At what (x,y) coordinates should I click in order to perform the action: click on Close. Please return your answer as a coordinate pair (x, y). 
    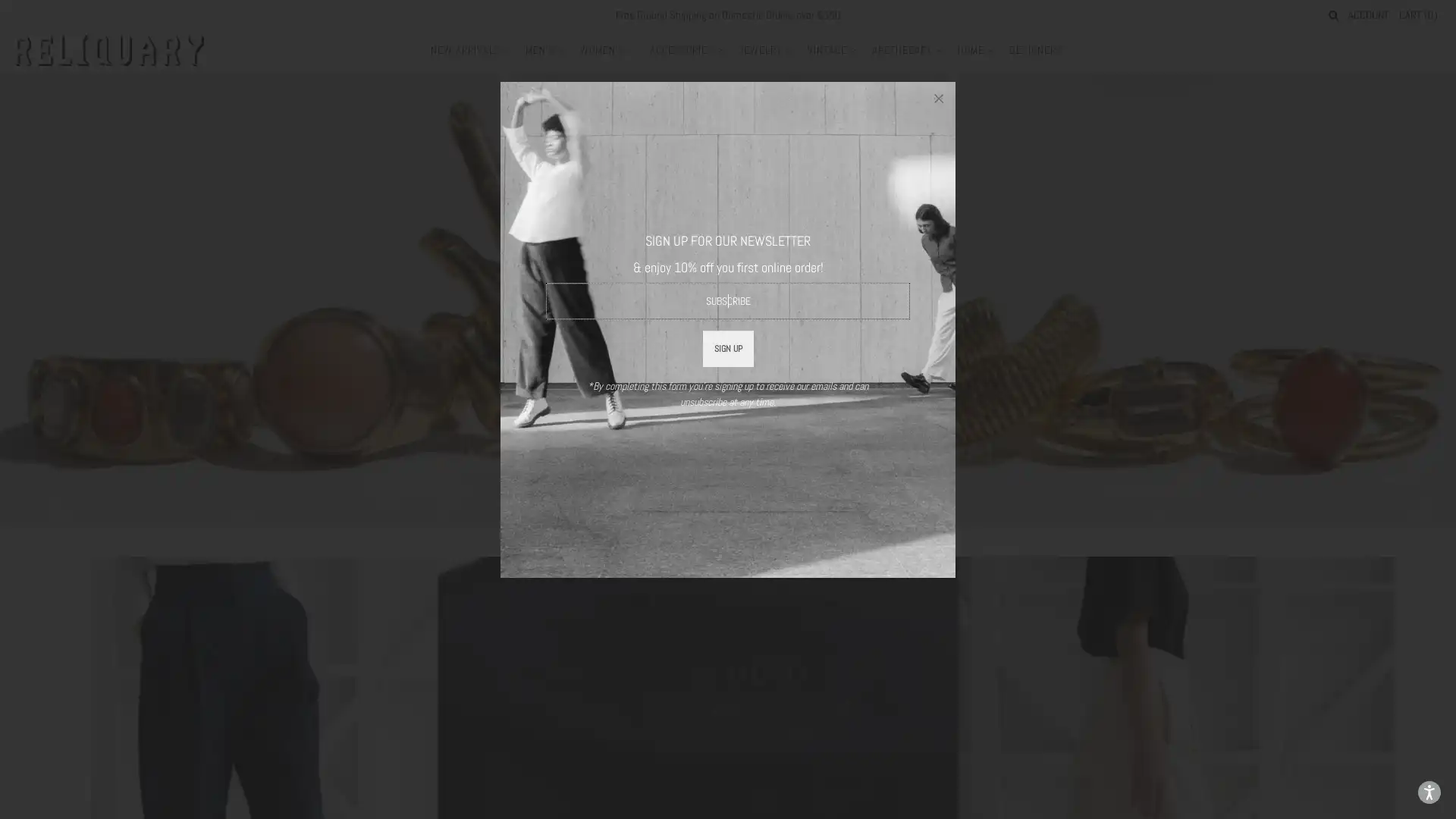
    Looking at the image, I should click on (938, 99).